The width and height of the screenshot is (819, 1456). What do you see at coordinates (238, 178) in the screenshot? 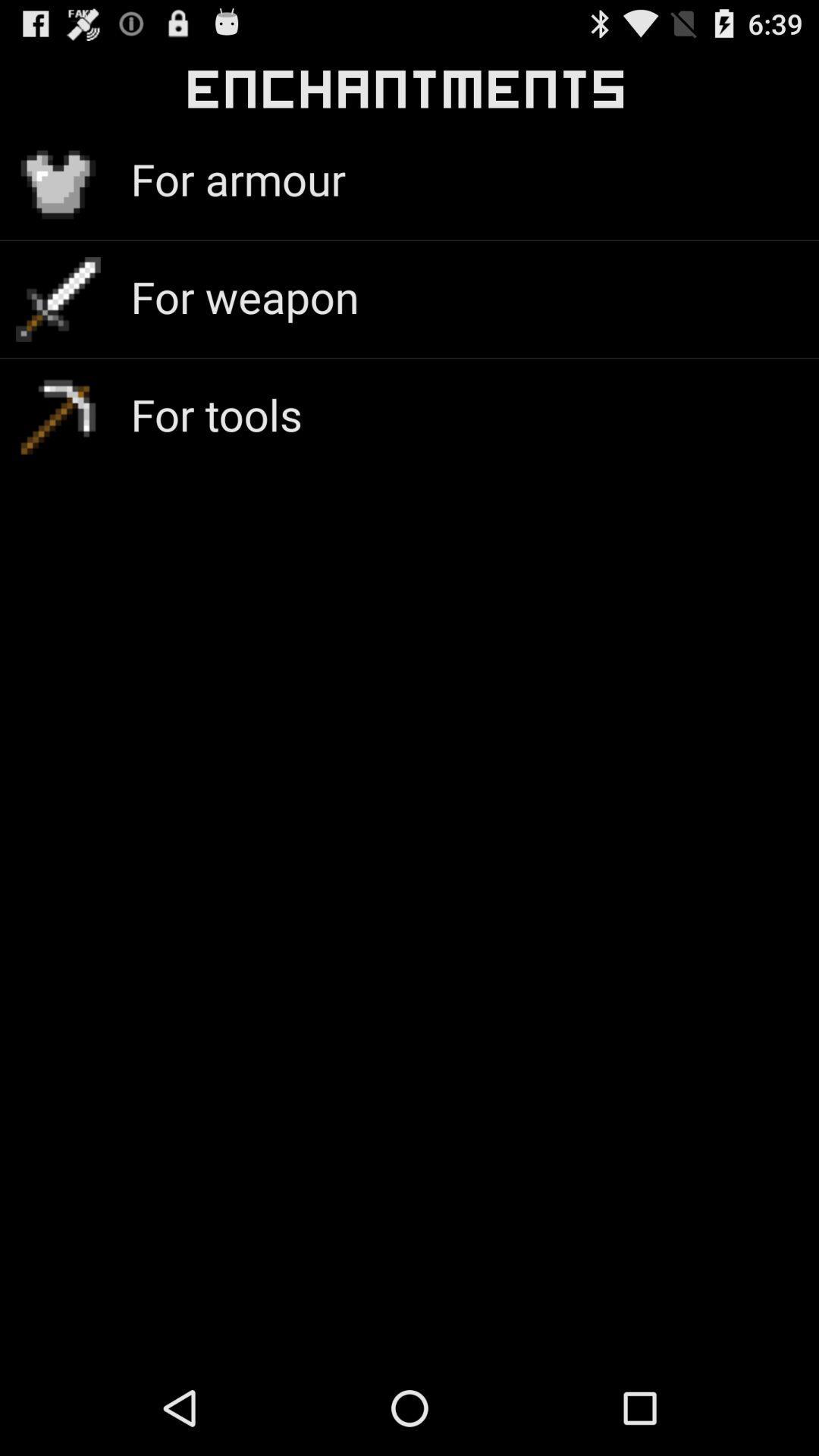
I see `the icon above the for weapon icon` at bounding box center [238, 178].